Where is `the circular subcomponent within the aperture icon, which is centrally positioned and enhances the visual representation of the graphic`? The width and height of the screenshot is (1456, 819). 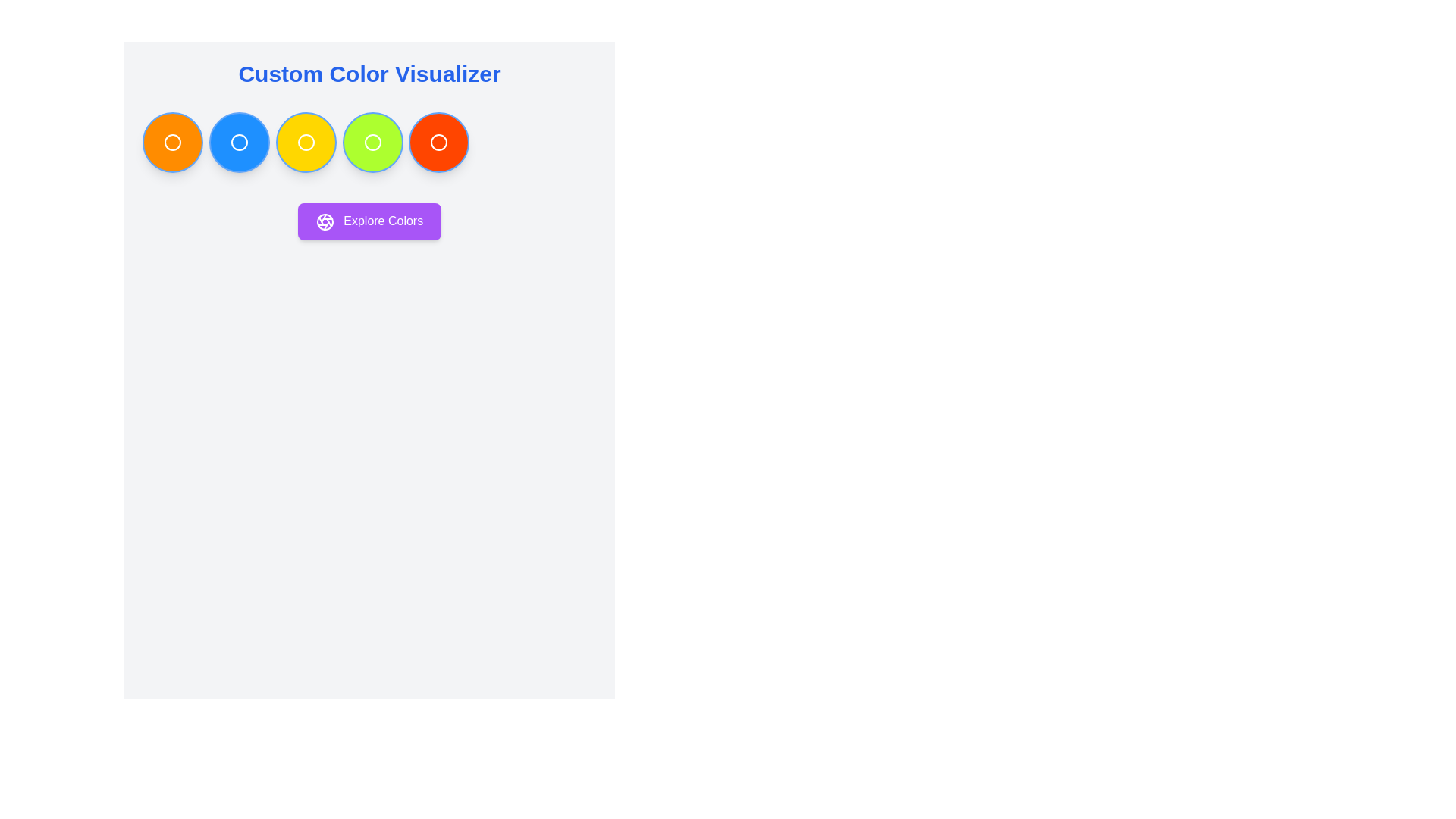
the circular subcomponent within the aperture icon, which is centrally positioned and enhances the visual representation of the graphic is located at coordinates (324, 221).